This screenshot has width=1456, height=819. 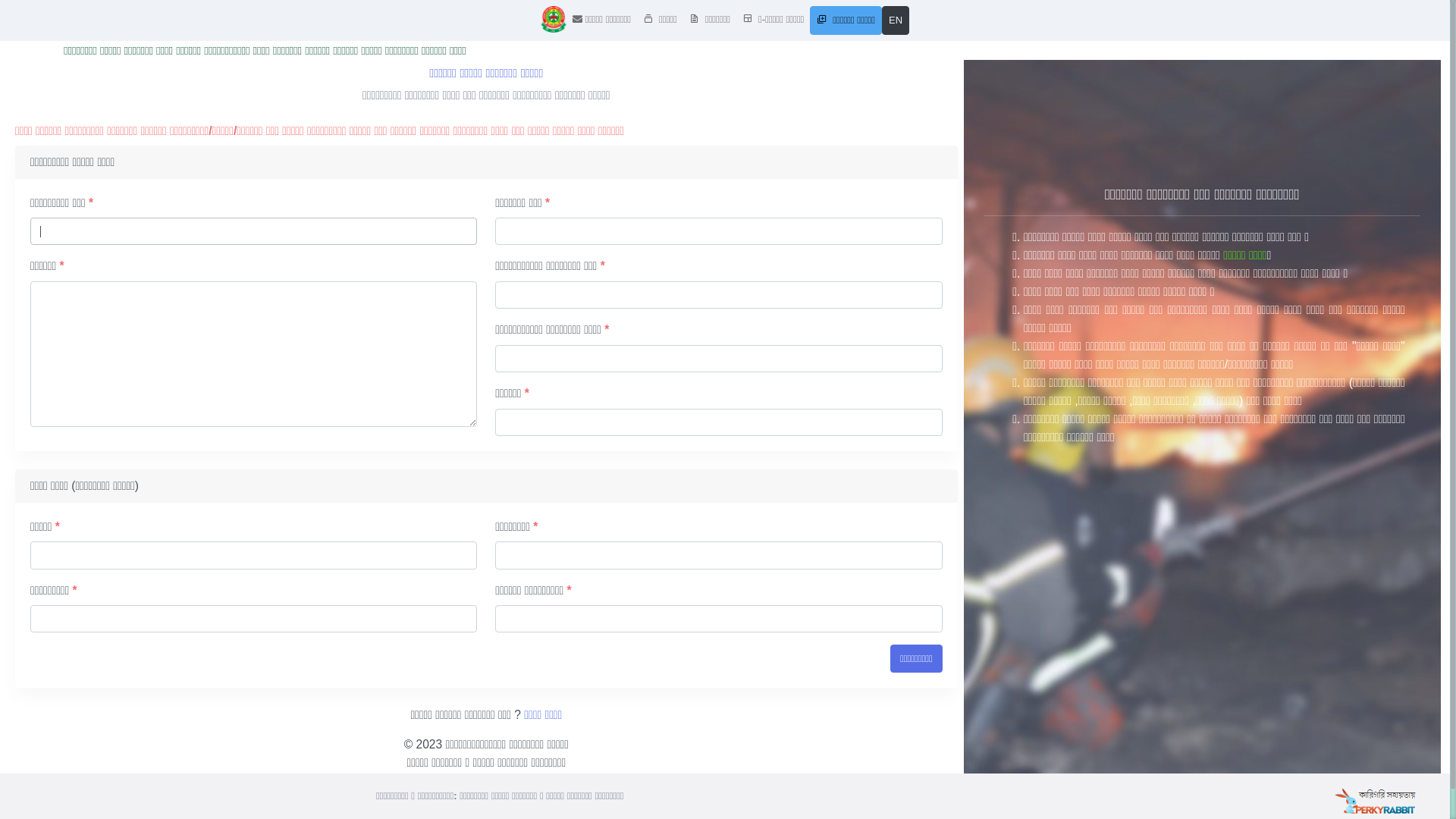 What do you see at coordinates (895, 20) in the screenshot?
I see `'EN'` at bounding box center [895, 20].